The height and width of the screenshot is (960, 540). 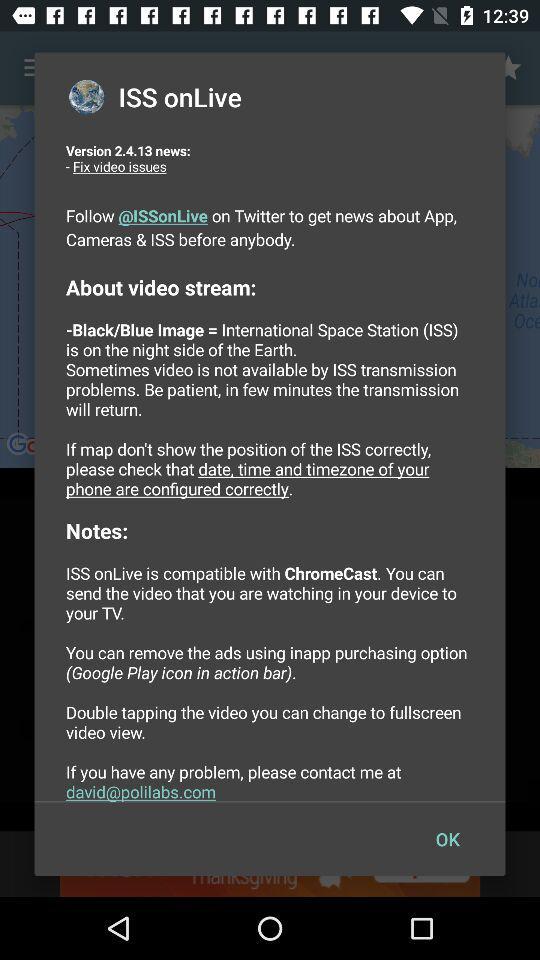 I want to click on the ok icon, so click(x=447, y=839).